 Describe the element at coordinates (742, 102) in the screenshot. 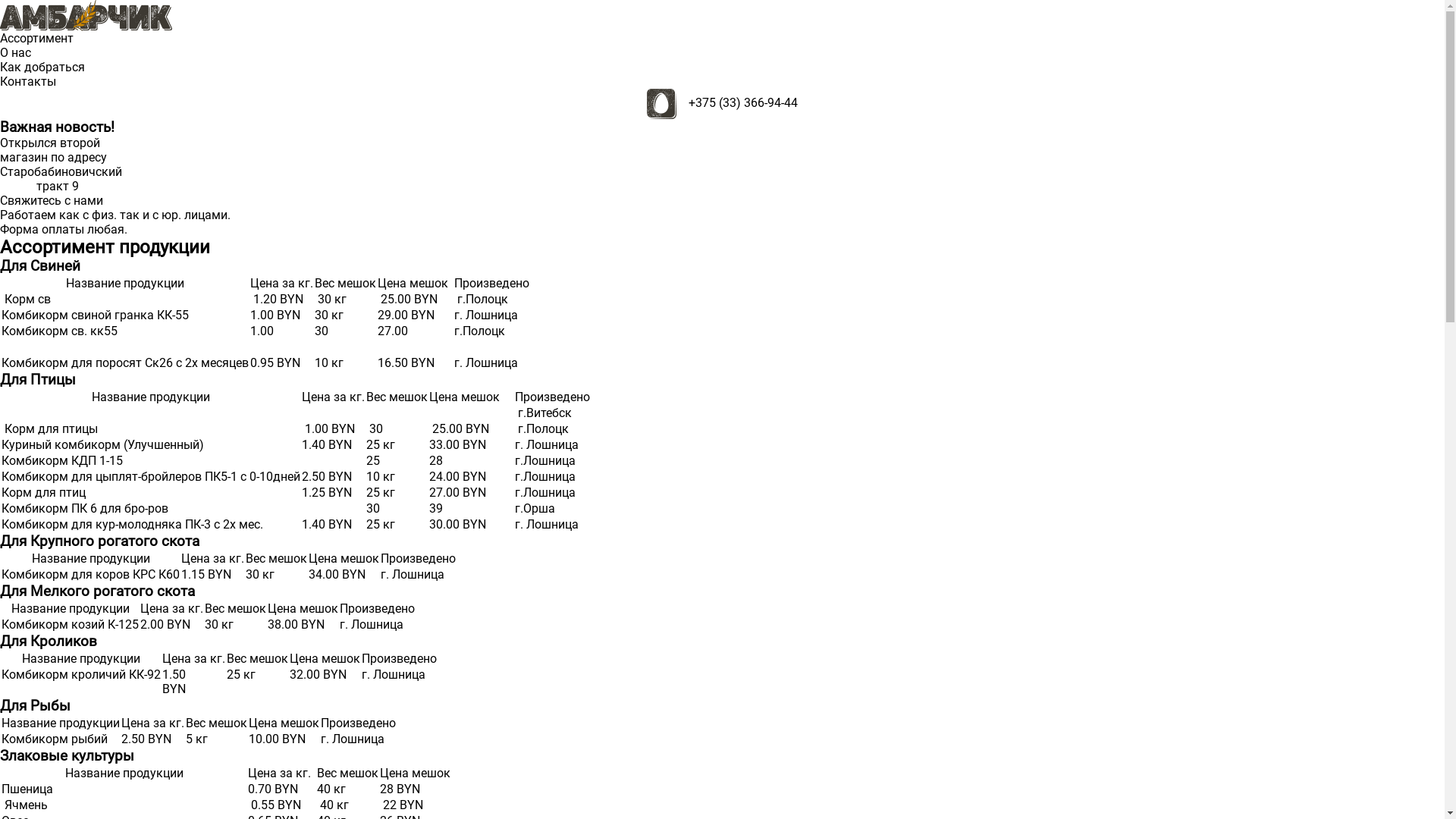

I see `'+375 (33) 366-94-44'` at that location.